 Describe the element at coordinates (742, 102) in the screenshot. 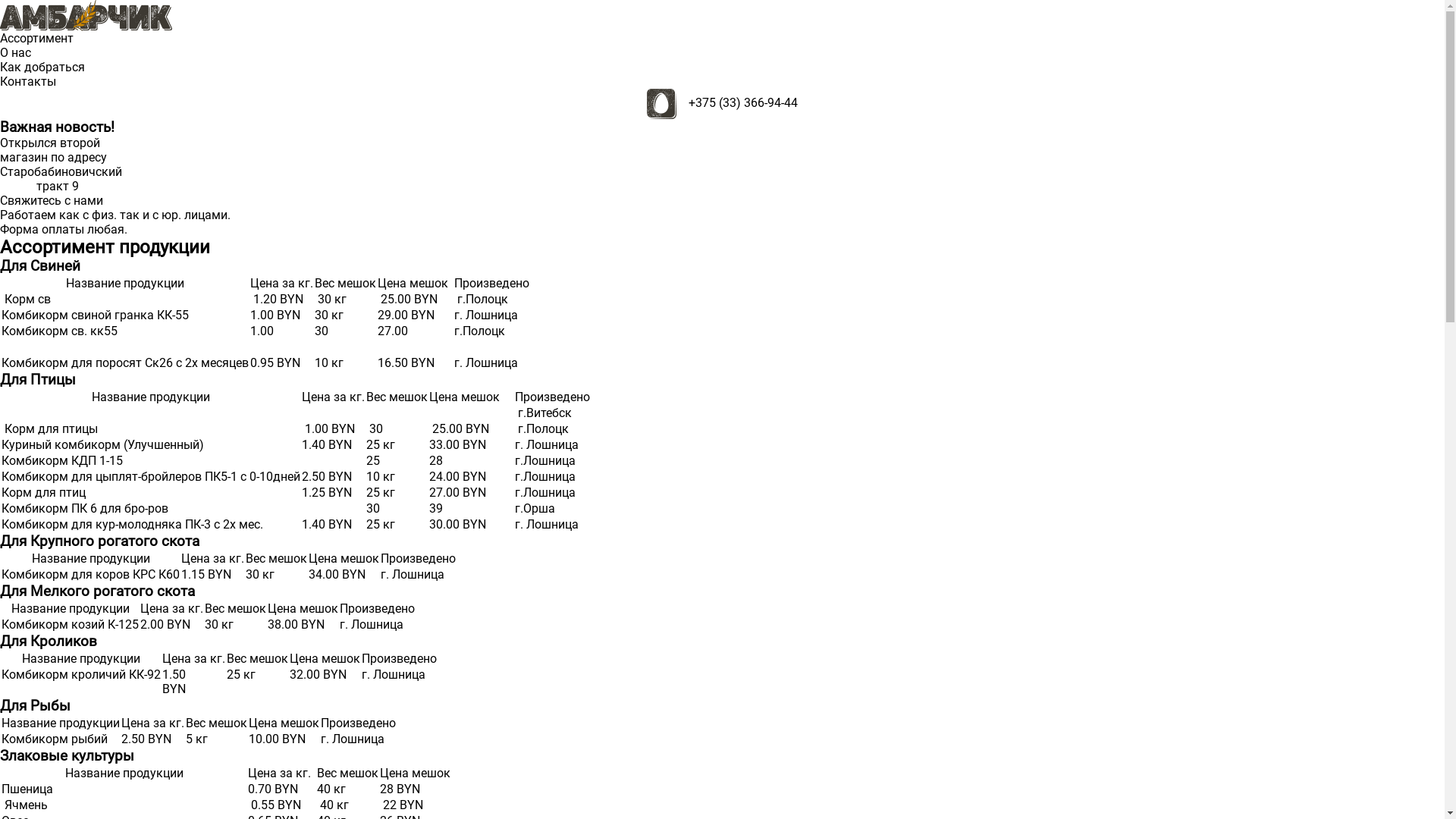

I see `'+375 (33) 366-94-44'` at that location.